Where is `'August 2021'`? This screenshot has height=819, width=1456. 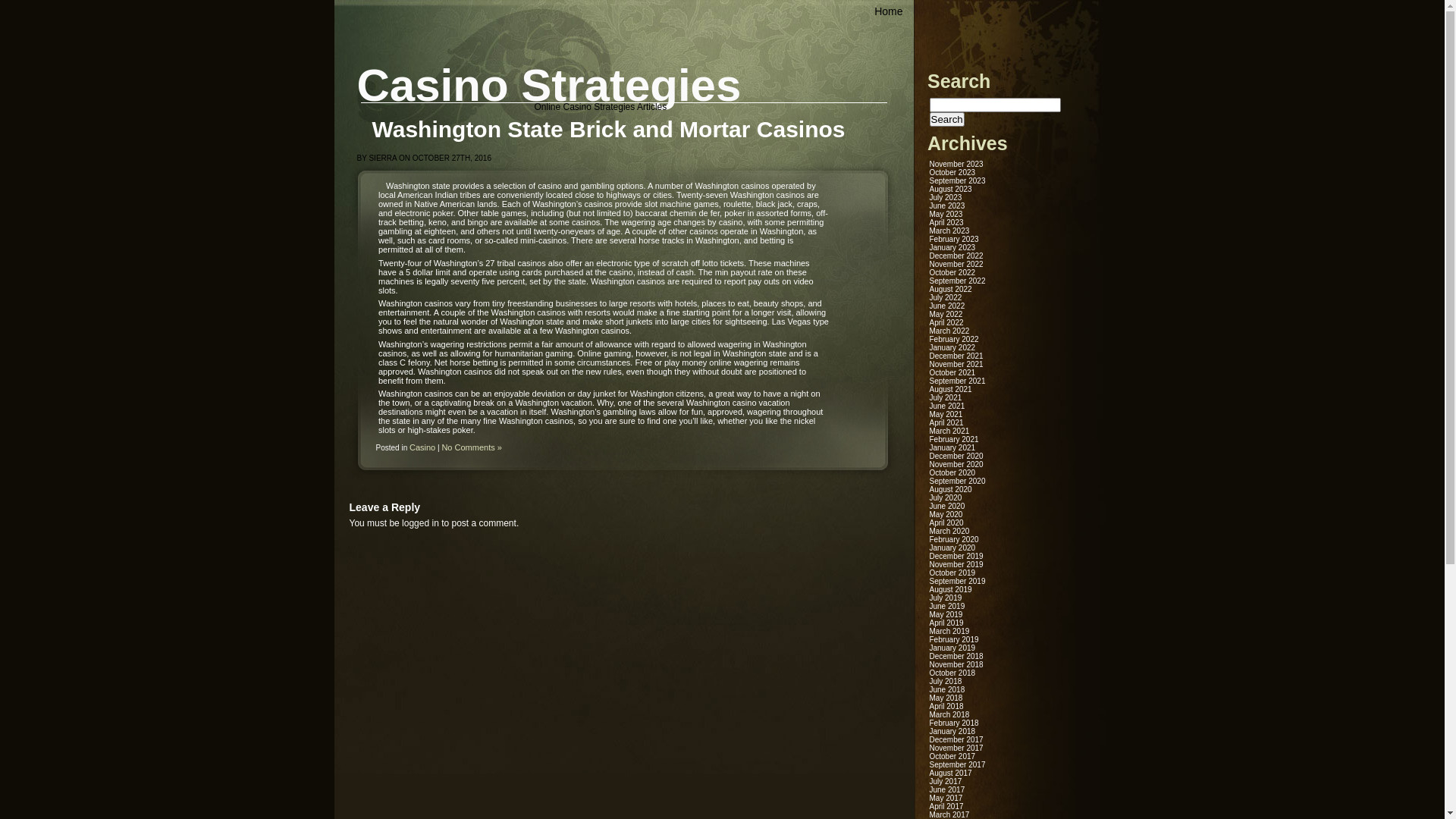
'August 2021' is located at coordinates (949, 388).